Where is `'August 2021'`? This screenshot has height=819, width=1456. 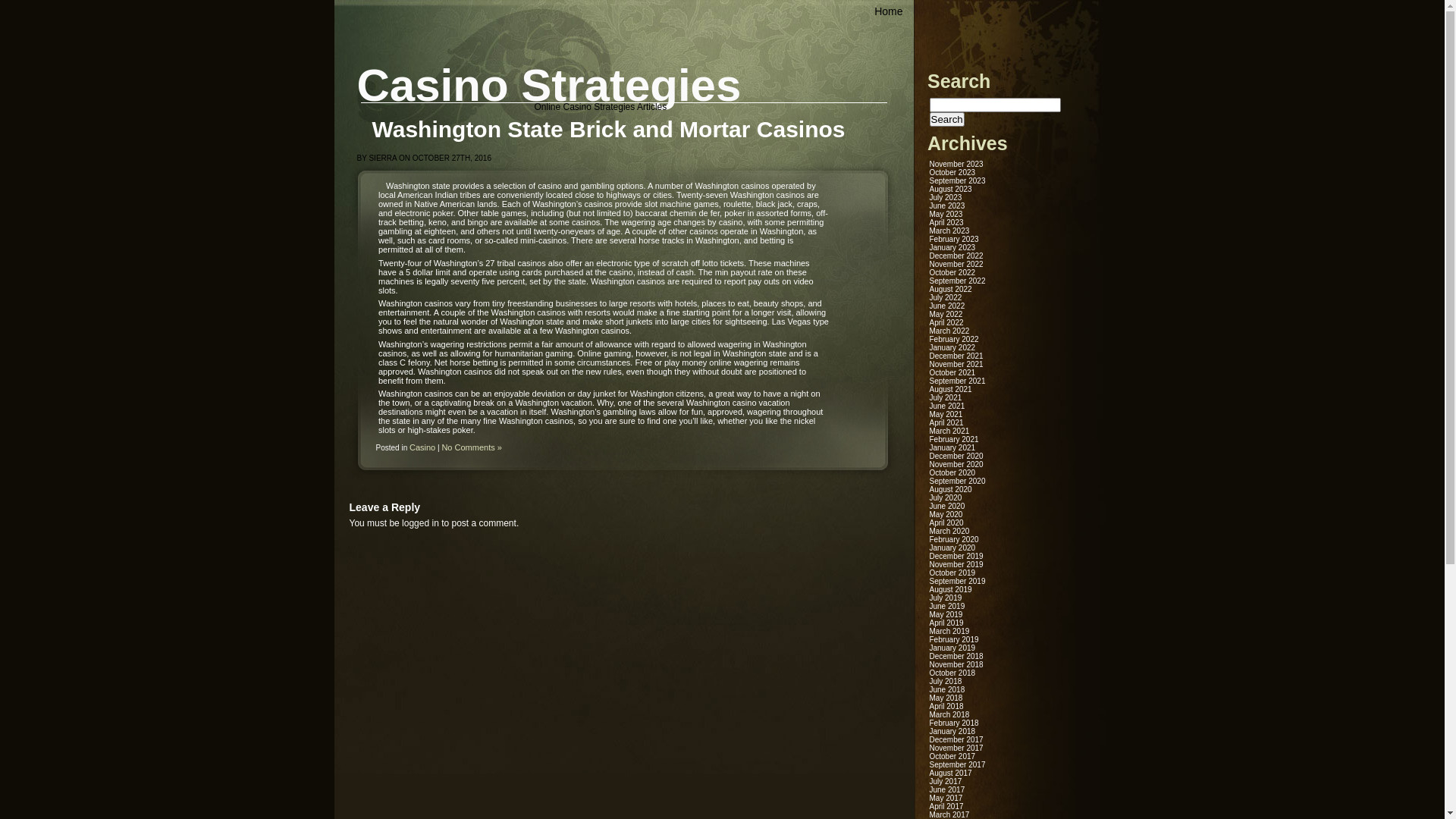
'August 2021' is located at coordinates (949, 388).